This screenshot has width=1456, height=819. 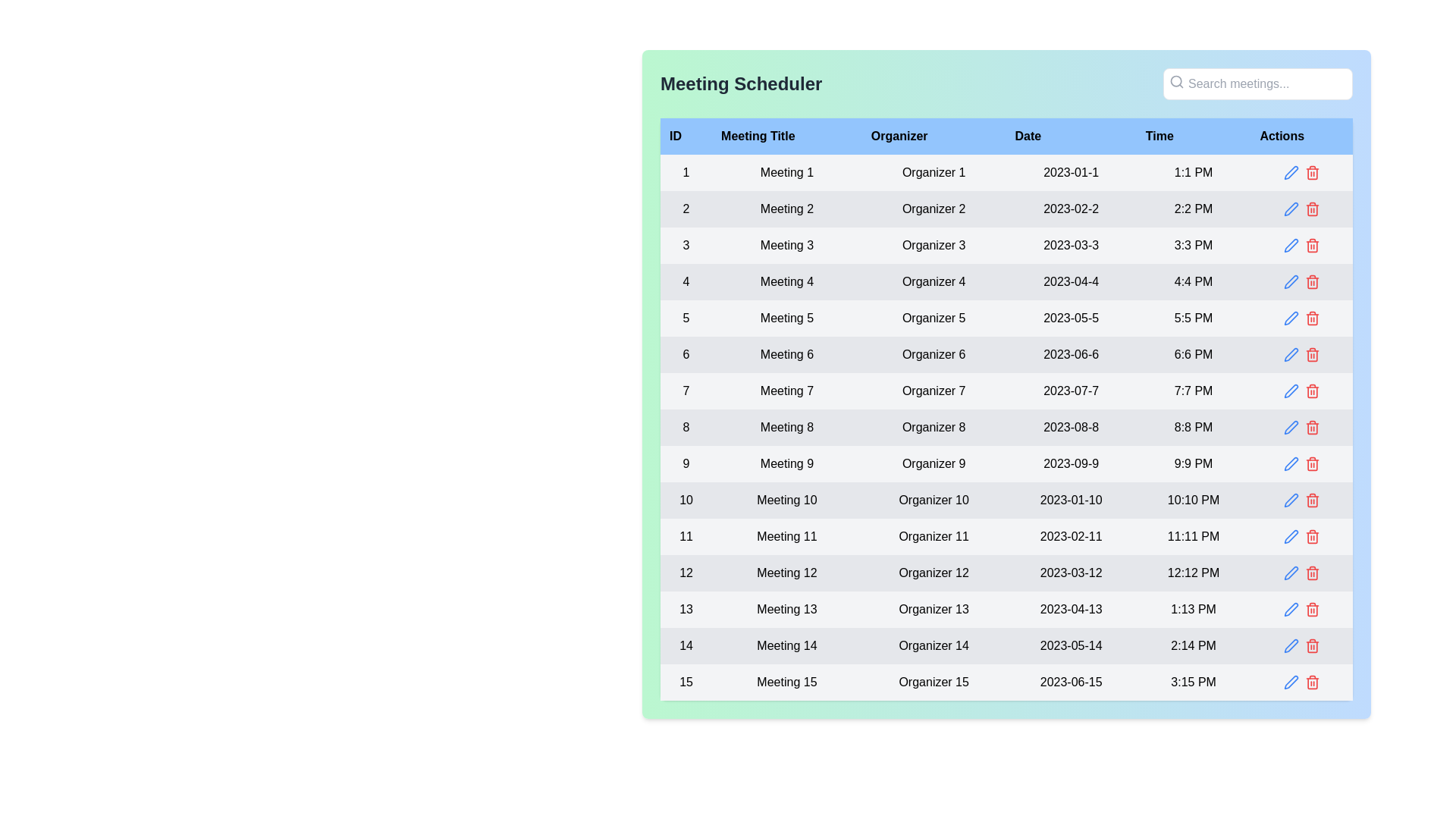 I want to click on the pencil icon located in the Actions column of the eighth row corresponding to Meeting 8, so click(x=1301, y=427).